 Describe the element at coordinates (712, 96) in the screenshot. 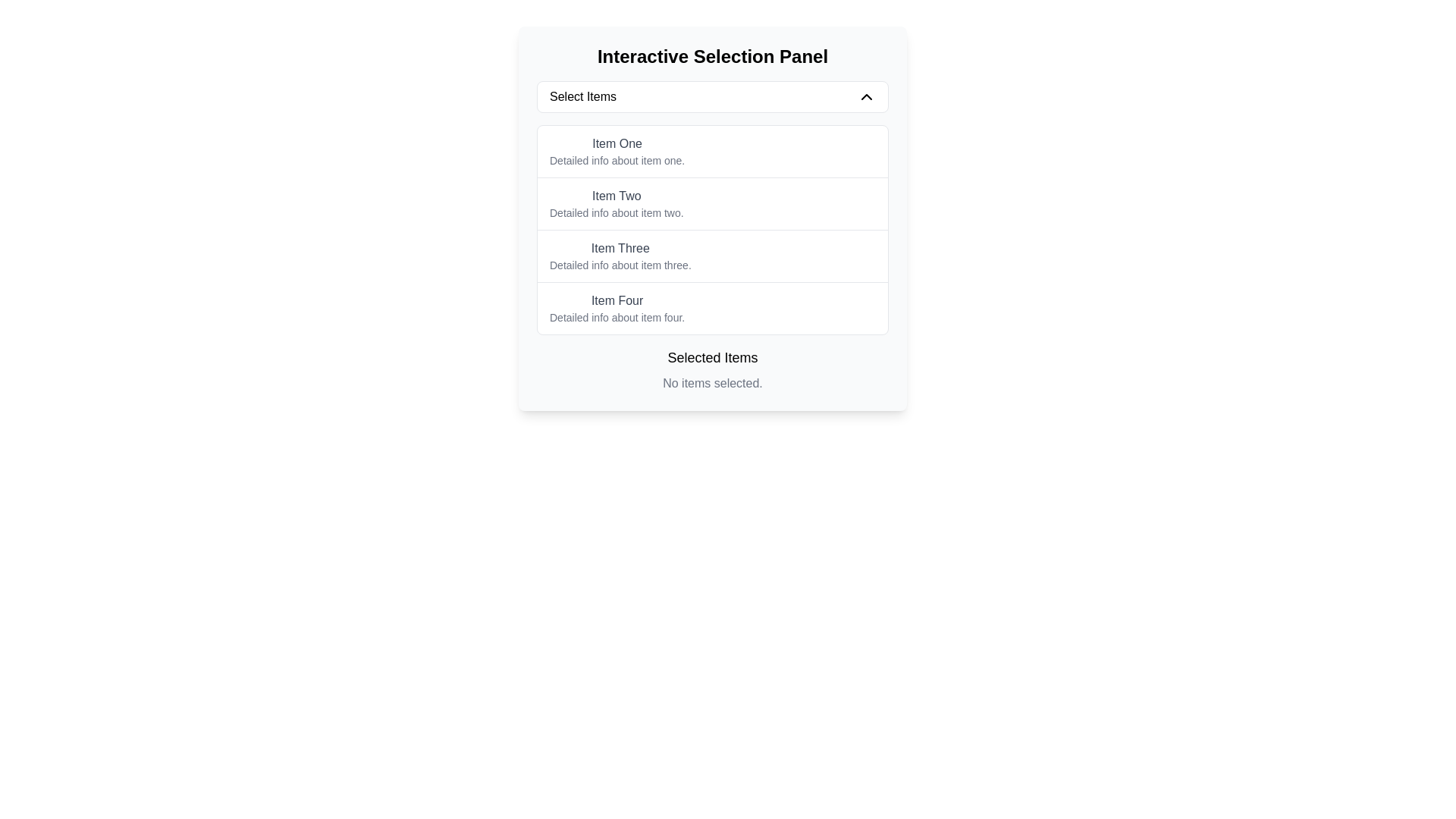

I see `the dropdown menu labeled 'Select Items' to make a selection` at that location.